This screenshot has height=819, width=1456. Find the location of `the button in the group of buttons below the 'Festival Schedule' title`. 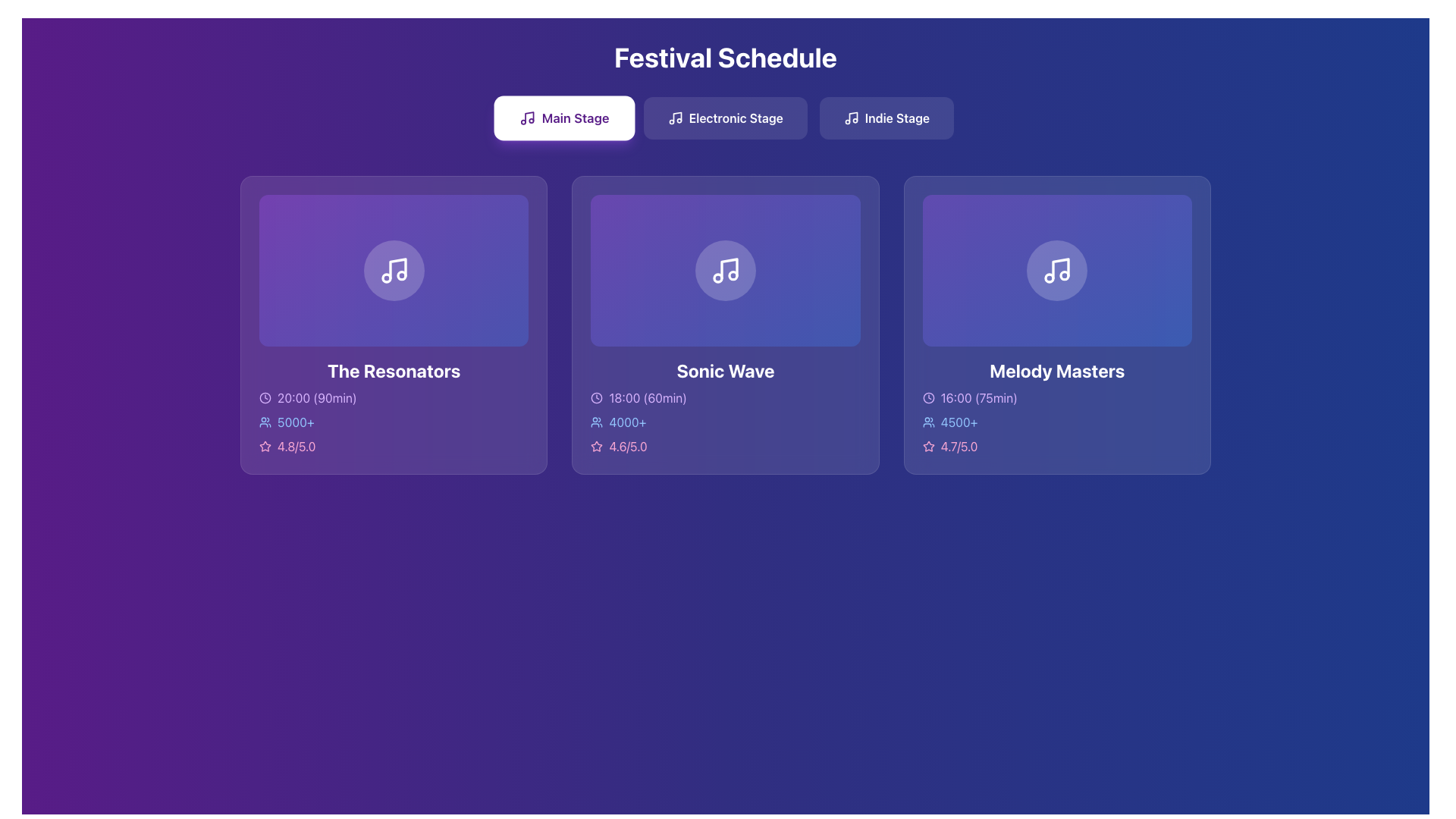

the button in the group of buttons below the 'Festival Schedule' title is located at coordinates (724, 117).